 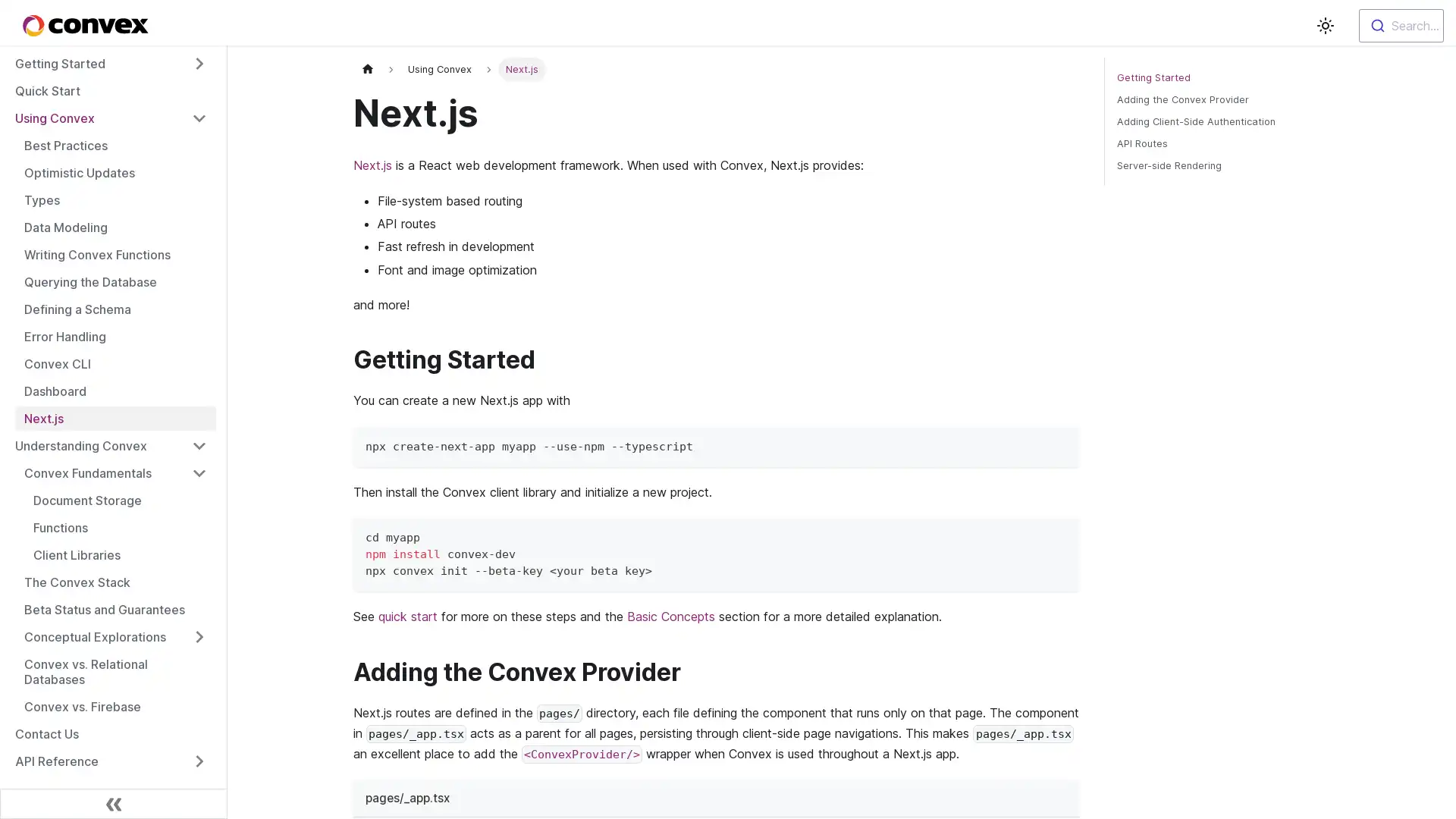 What do you see at coordinates (1060, 535) in the screenshot?
I see `Copy code to clipboard` at bounding box center [1060, 535].